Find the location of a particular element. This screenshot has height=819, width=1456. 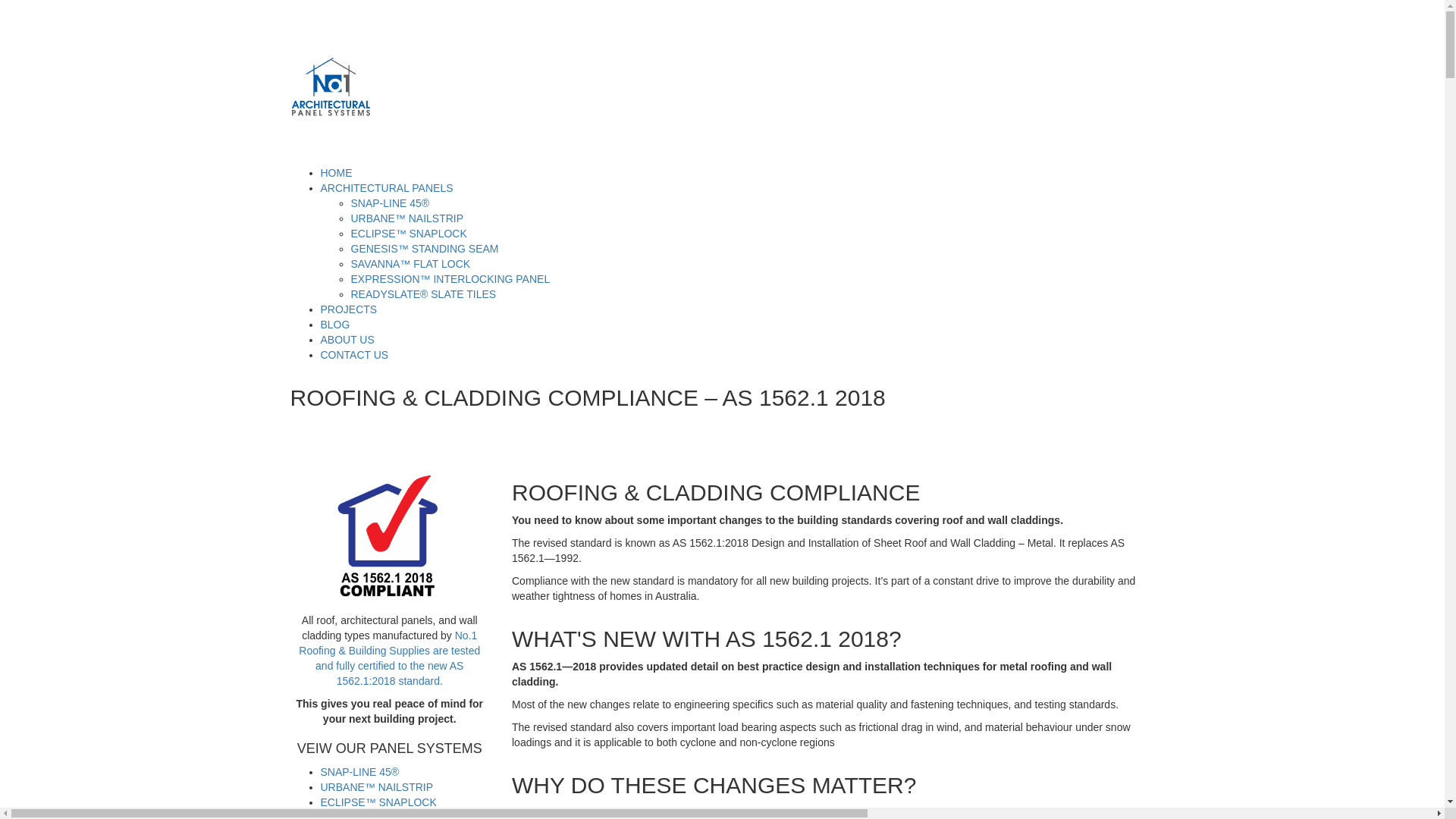

'BLOG' is located at coordinates (334, 324).